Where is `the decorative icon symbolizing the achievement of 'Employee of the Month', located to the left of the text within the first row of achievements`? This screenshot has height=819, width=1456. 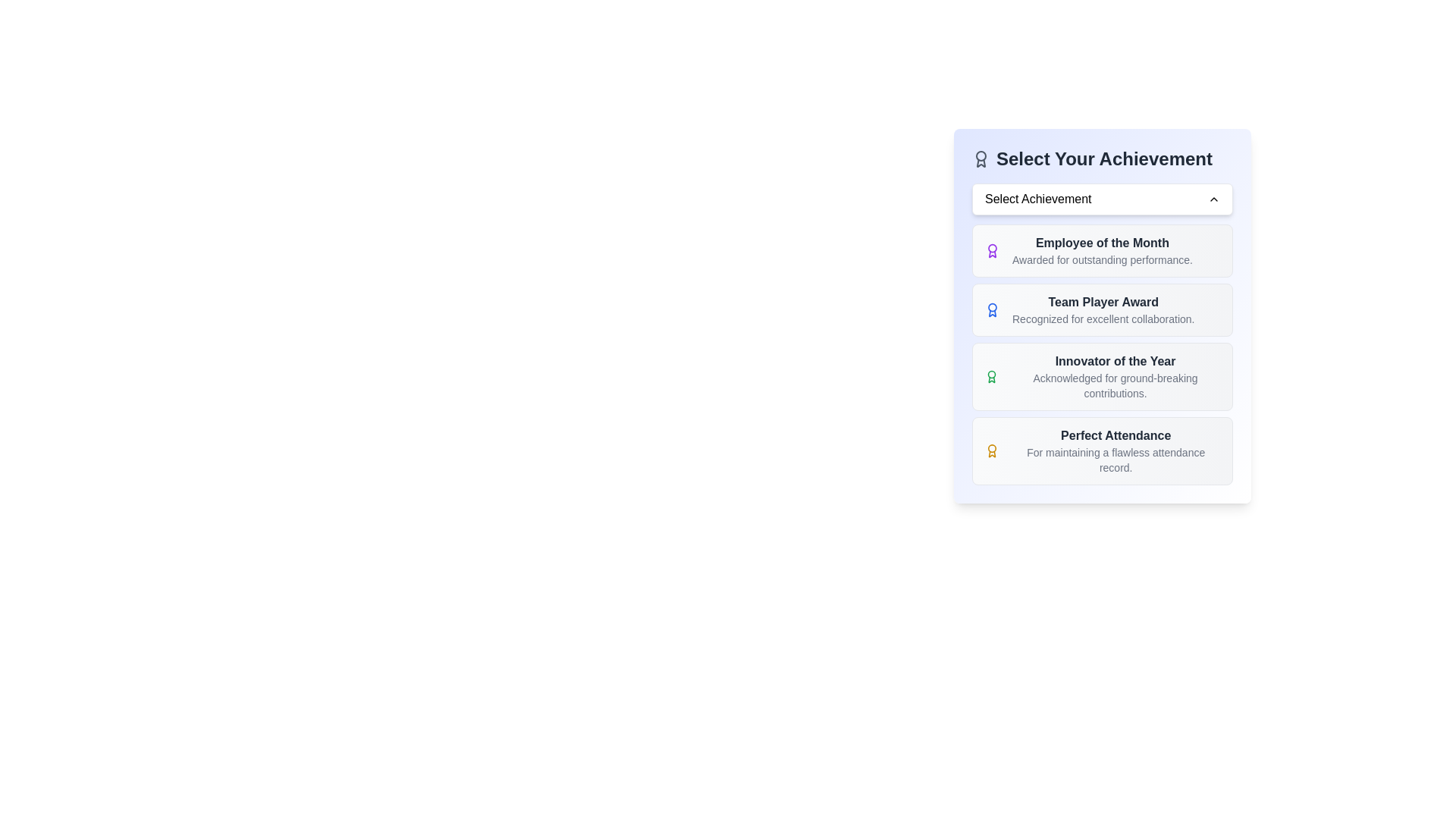 the decorative icon symbolizing the achievement of 'Employee of the Month', located to the left of the text within the first row of achievements is located at coordinates (993, 250).